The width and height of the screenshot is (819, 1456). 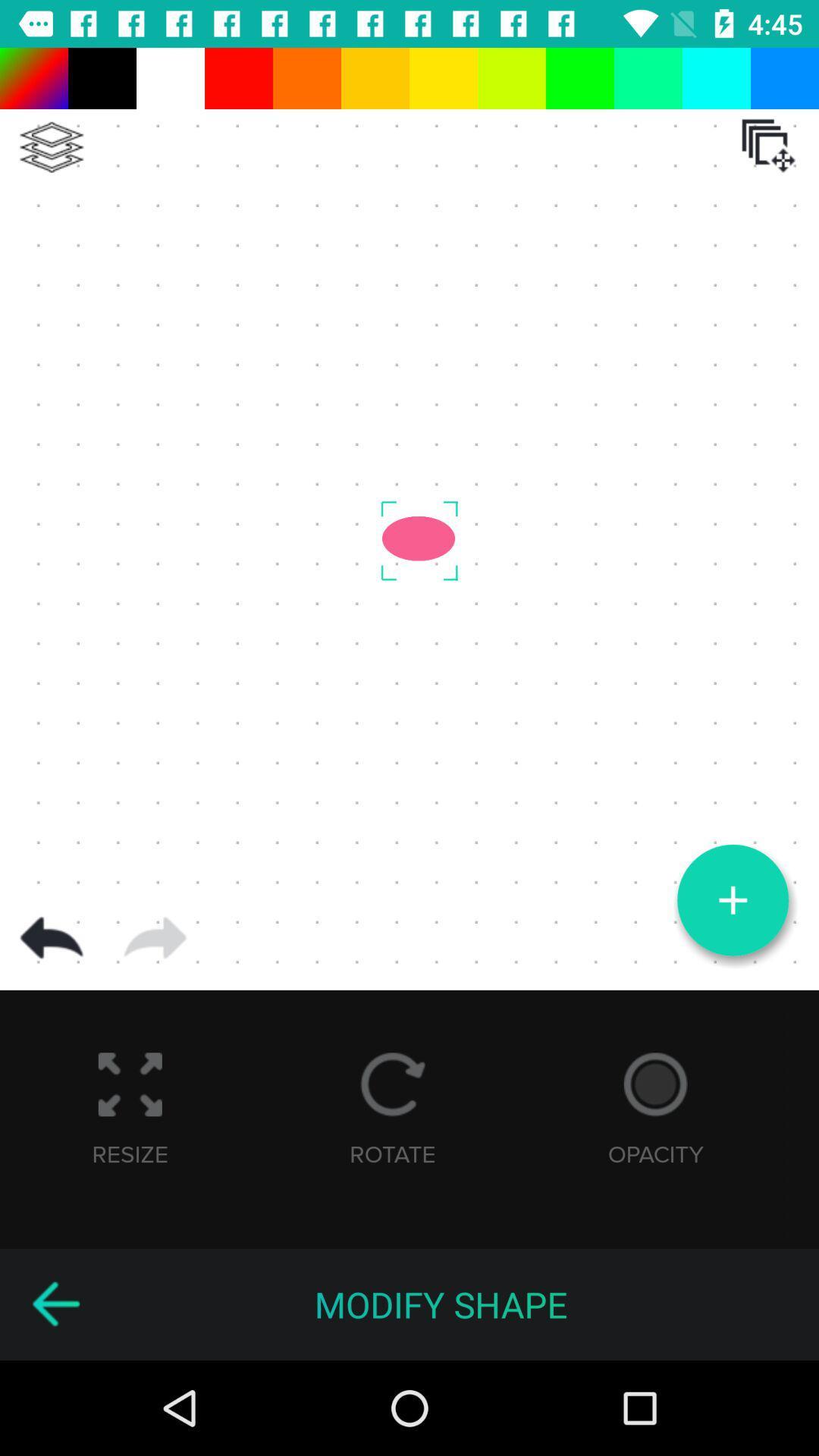 I want to click on button, so click(x=732, y=900).